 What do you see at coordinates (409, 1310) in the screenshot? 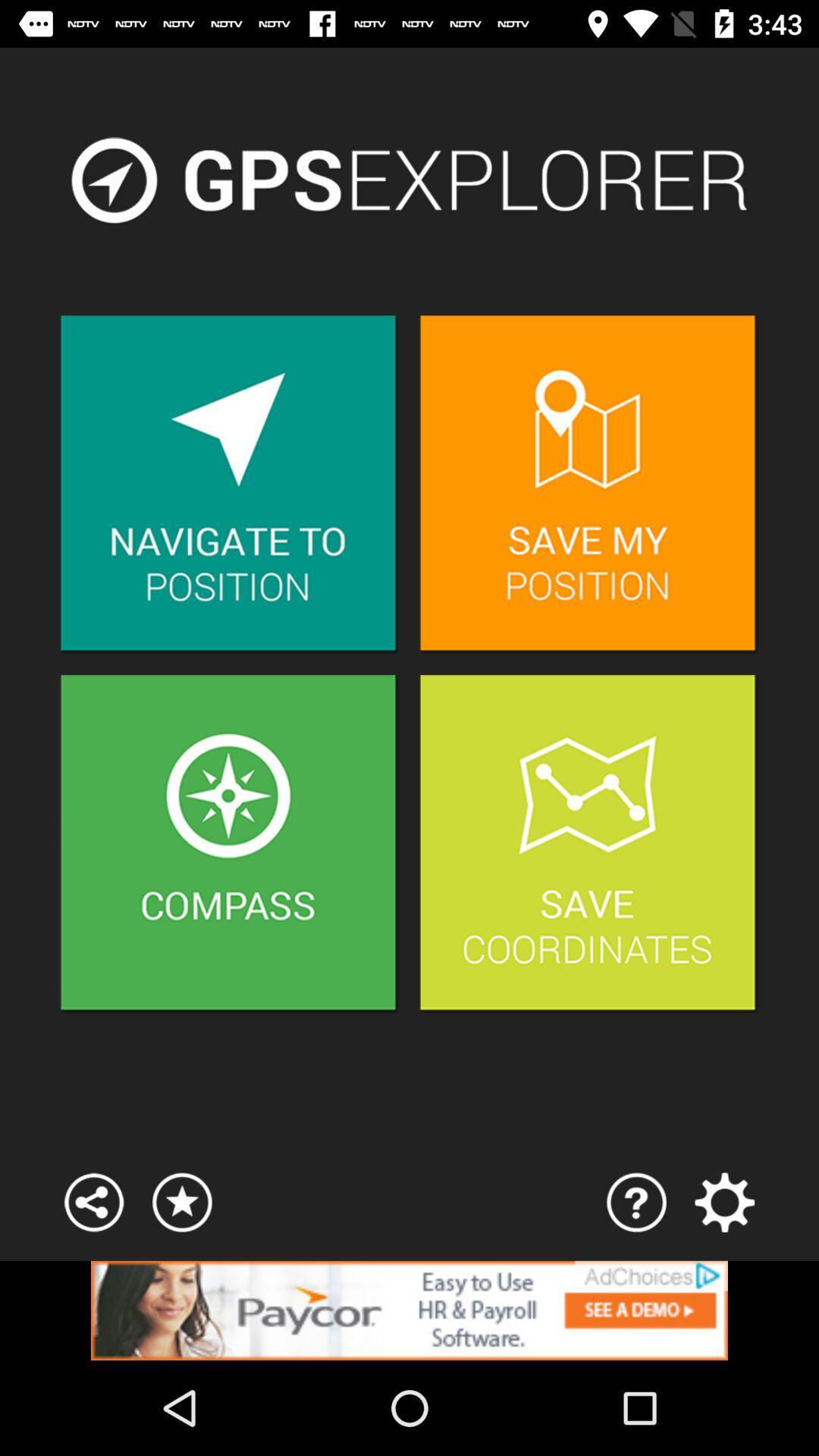
I see `space where you access advertising` at bounding box center [409, 1310].